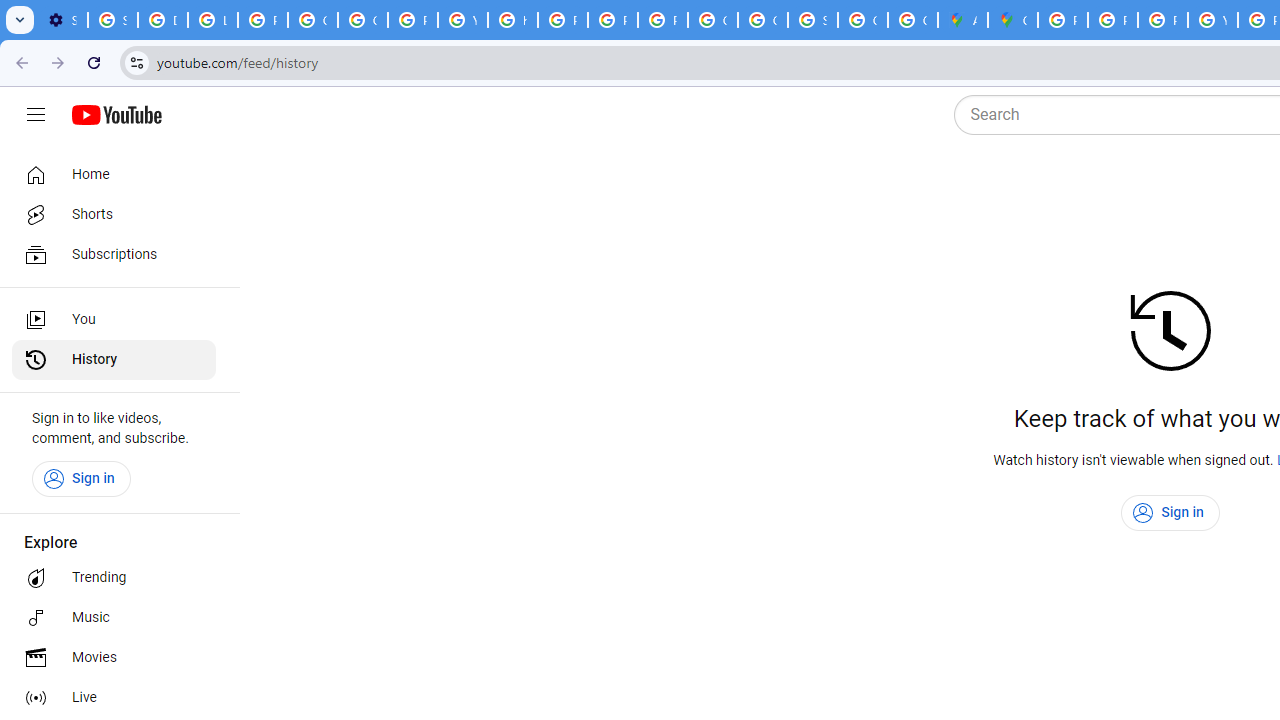 The width and height of the screenshot is (1280, 720). What do you see at coordinates (1211, 20) in the screenshot?
I see `'YouTube'` at bounding box center [1211, 20].